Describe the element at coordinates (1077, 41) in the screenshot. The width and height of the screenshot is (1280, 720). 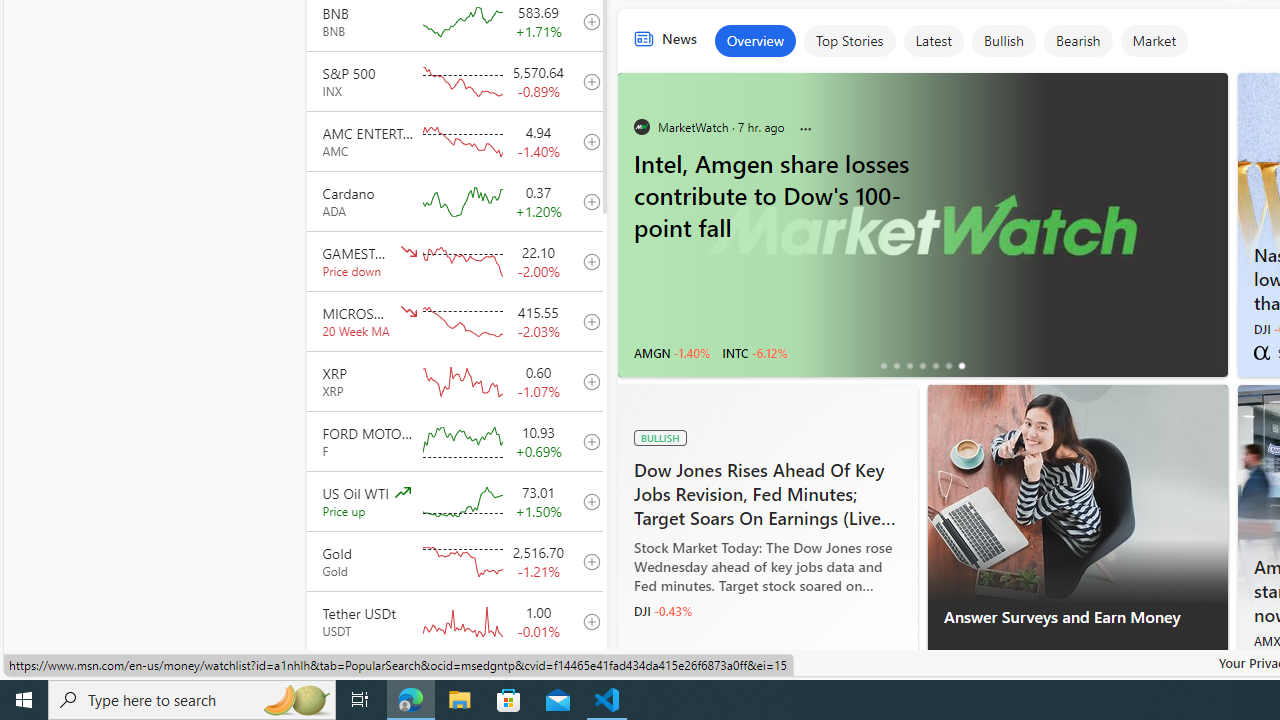
I see `'Bearish'` at that location.